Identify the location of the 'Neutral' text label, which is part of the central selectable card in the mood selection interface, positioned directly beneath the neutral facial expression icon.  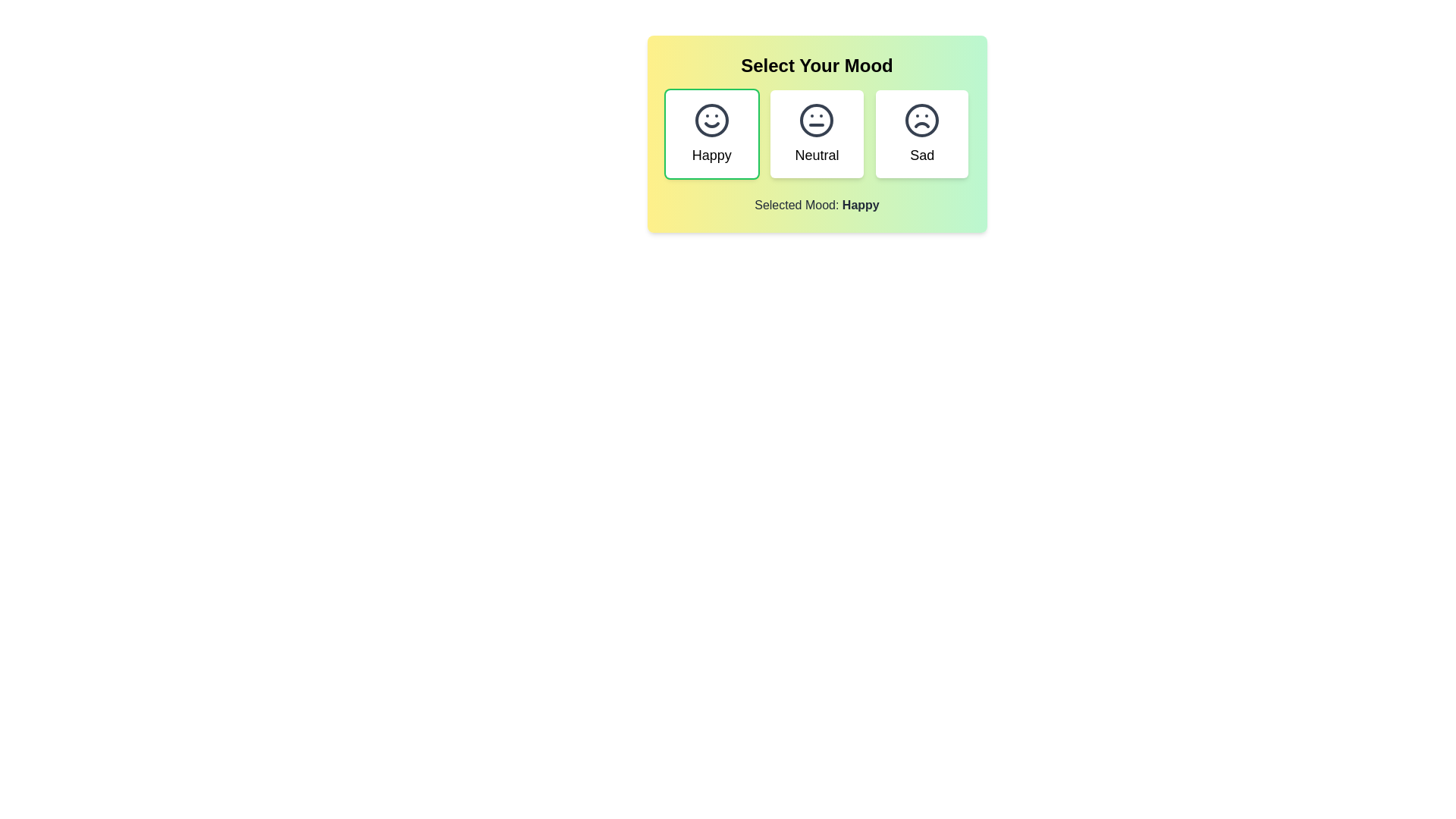
(816, 155).